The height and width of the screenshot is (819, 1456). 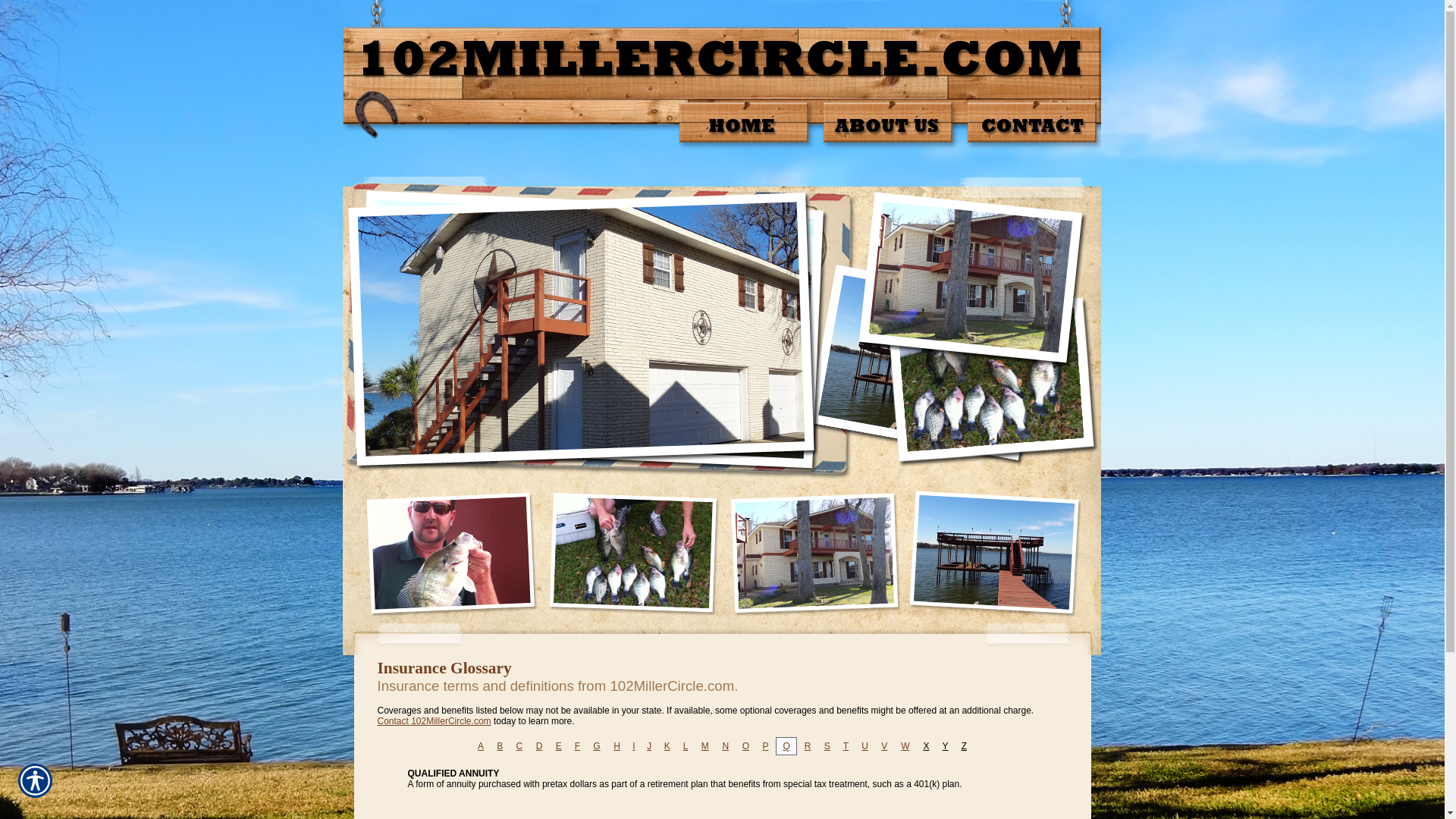 What do you see at coordinates (613, 745) in the screenshot?
I see `'H'` at bounding box center [613, 745].